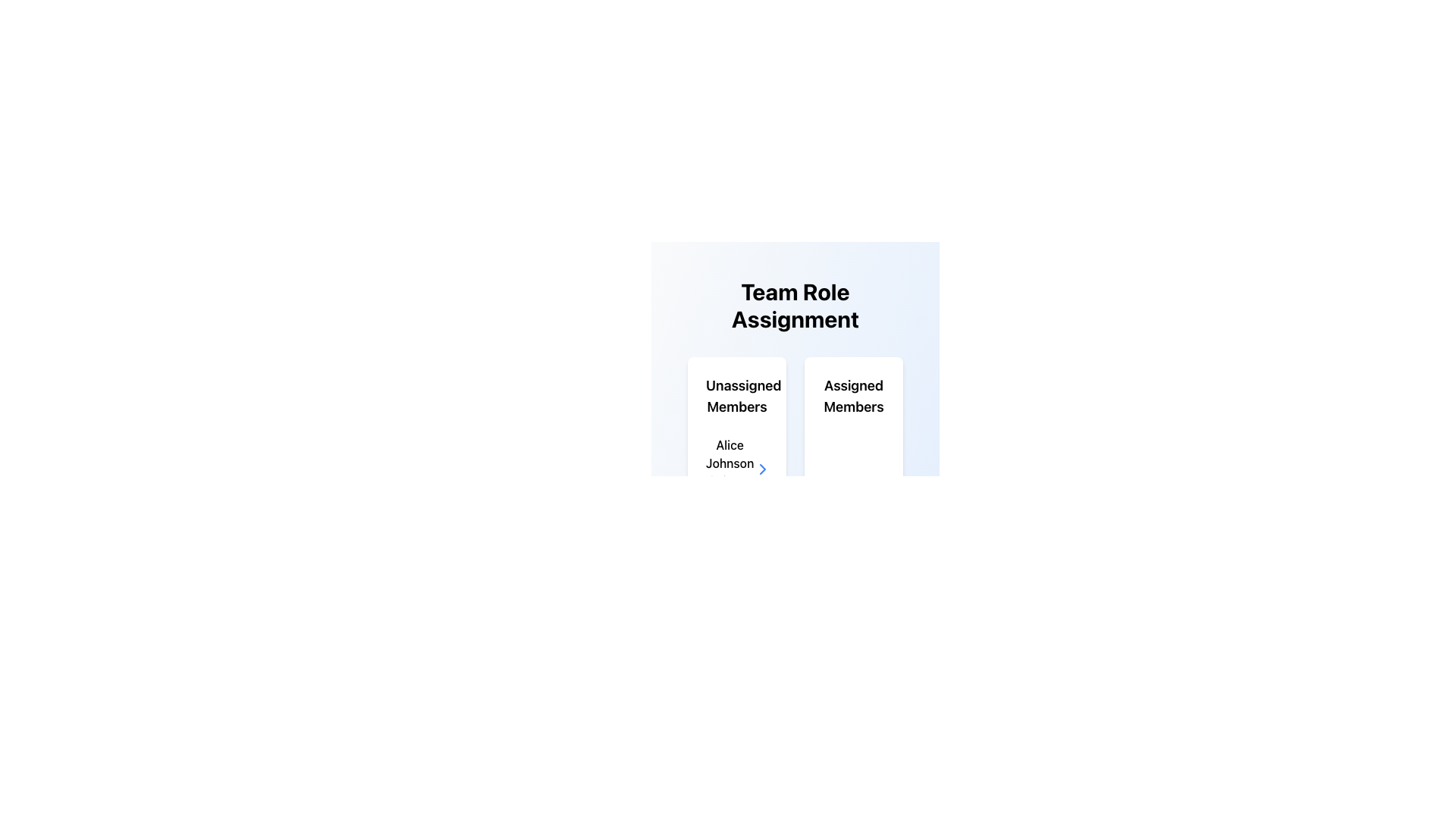 The width and height of the screenshot is (1456, 819). Describe the element at coordinates (763, 468) in the screenshot. I see `the interactive button icon positioned to the right of 'Alice Johnson' in the 'Unassigned Members' card under 'Team Role Assignment'` at that location.